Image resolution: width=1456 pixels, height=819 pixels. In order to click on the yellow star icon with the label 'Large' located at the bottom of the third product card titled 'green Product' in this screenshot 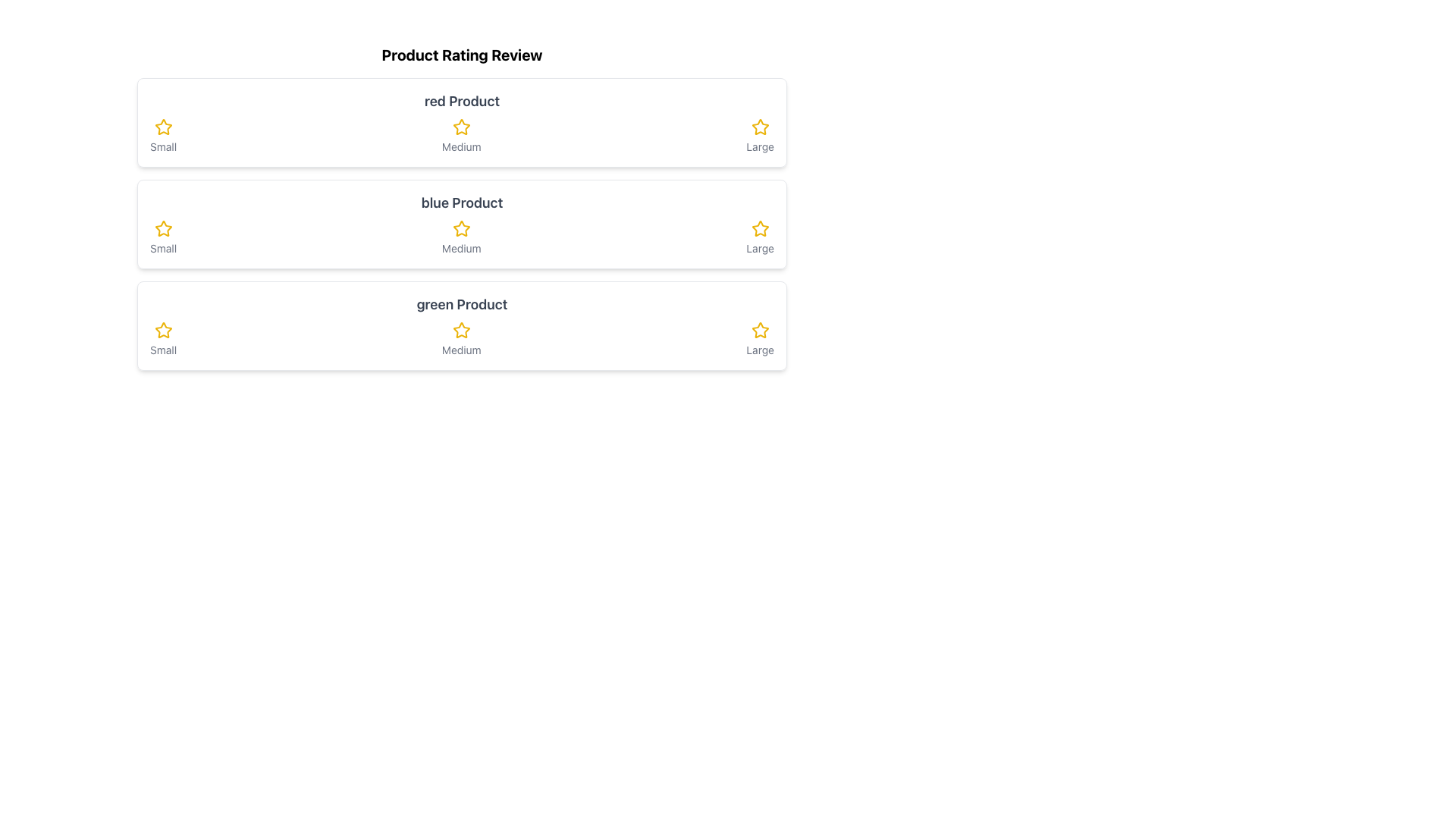, I will do `click(760, 338)`.